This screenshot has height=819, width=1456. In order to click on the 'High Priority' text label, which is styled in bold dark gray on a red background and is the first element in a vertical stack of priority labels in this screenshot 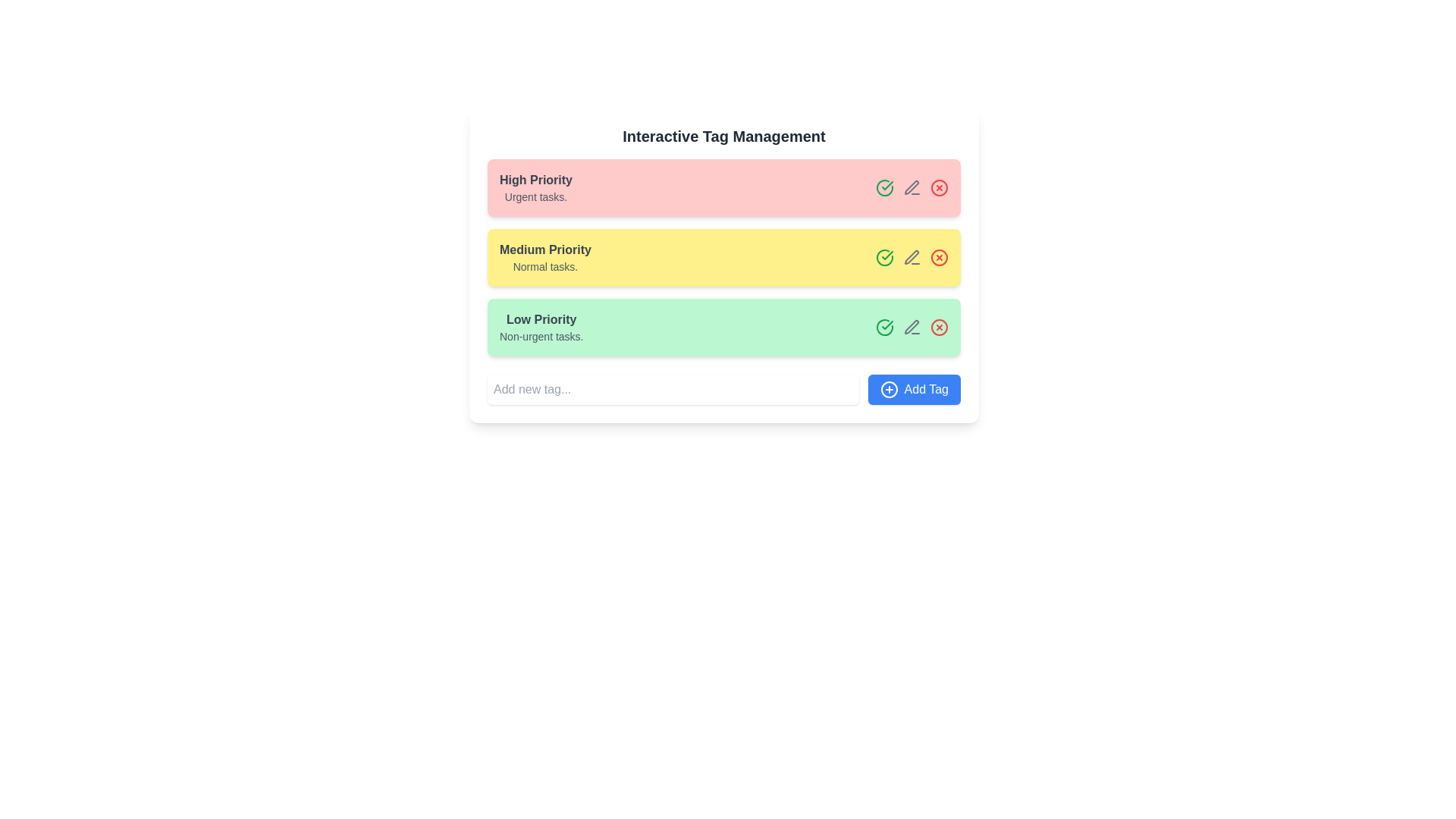, I will do `click(535, 180)`.